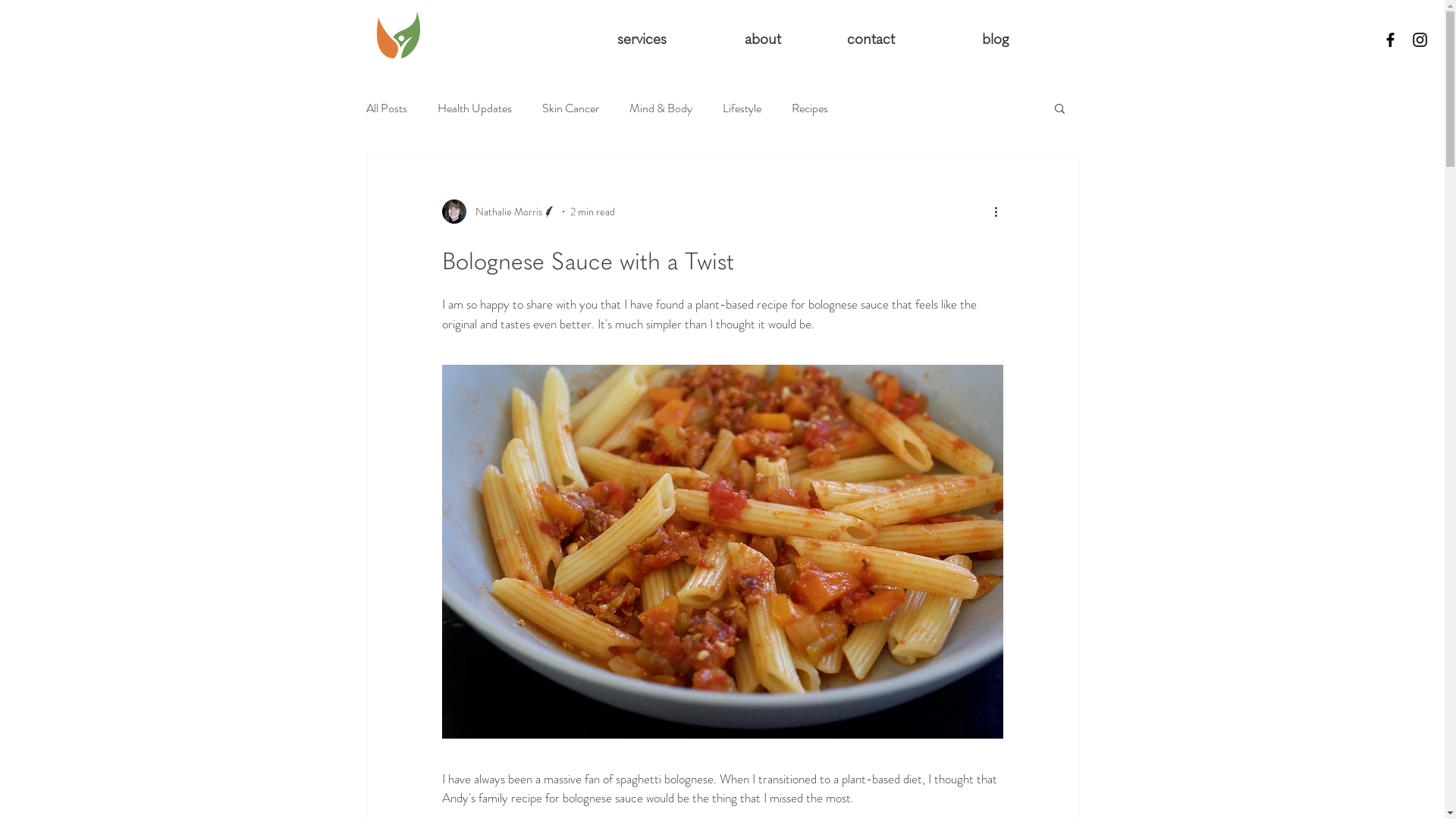 Image resolution: width=1456 pixels, height=819 pixels. What do you see at coordinates (472, 106) in the screenshot?
I see `'Health Updates'` at bounding box center [472, 106].